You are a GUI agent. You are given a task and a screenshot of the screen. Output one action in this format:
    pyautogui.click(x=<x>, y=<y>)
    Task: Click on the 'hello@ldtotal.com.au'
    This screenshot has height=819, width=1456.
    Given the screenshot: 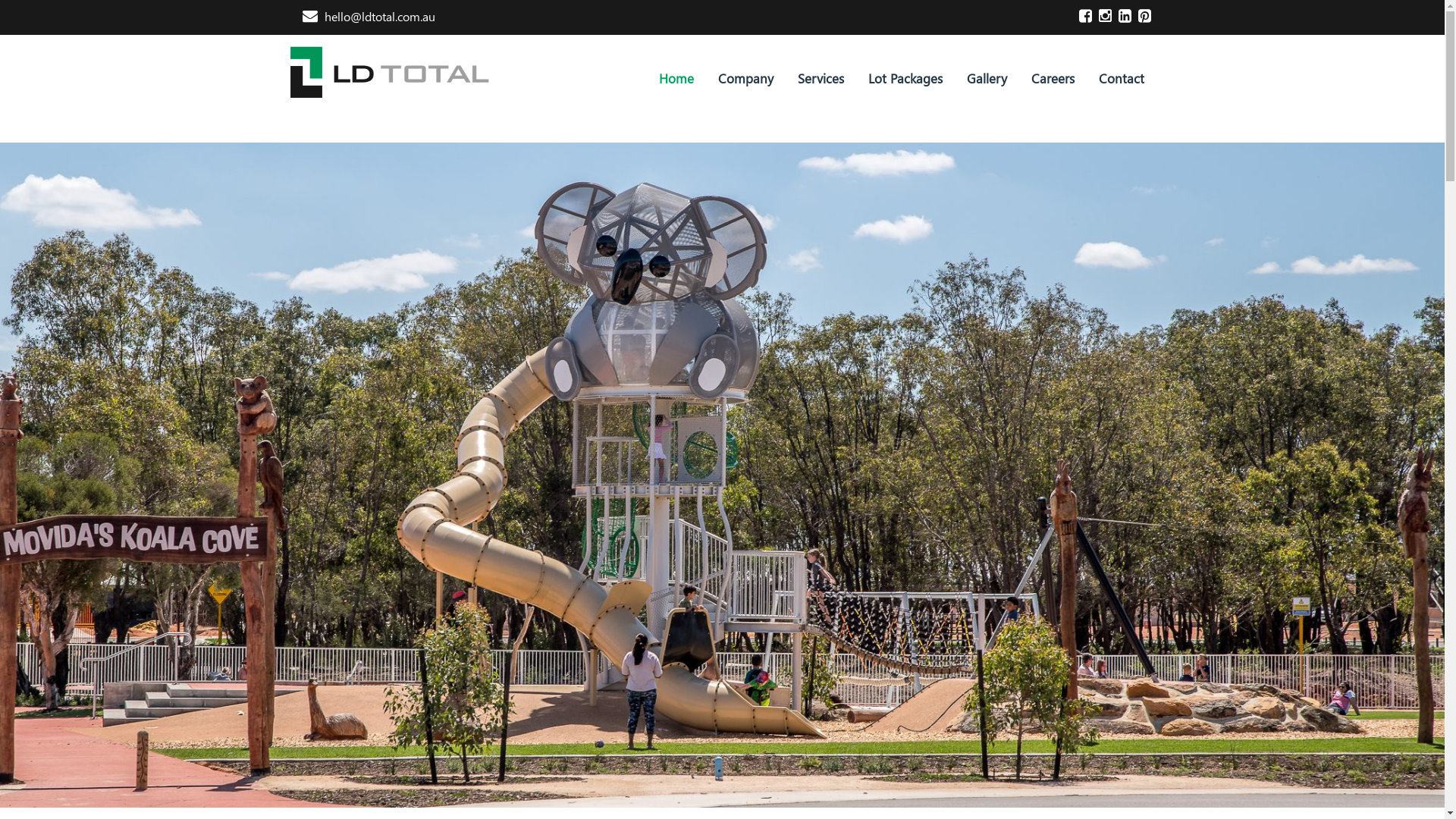 What is the action you would take?
    pyautogui.click(x=368, y=16)
    